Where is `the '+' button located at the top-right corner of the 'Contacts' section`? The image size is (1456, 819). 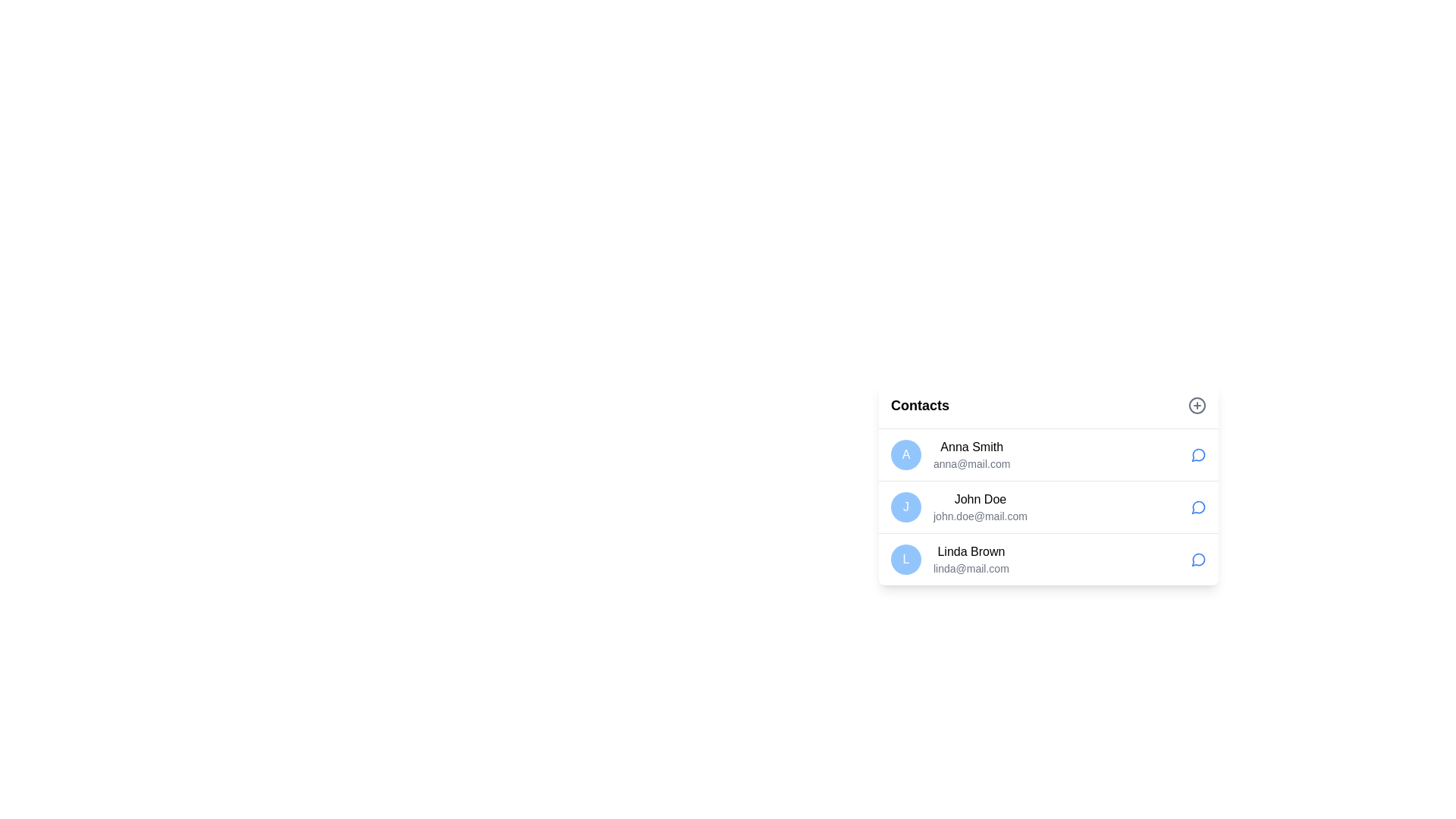
the '+' button located at the top-right corner of the 'Contacts' section is located at coordinates (1197, 405).